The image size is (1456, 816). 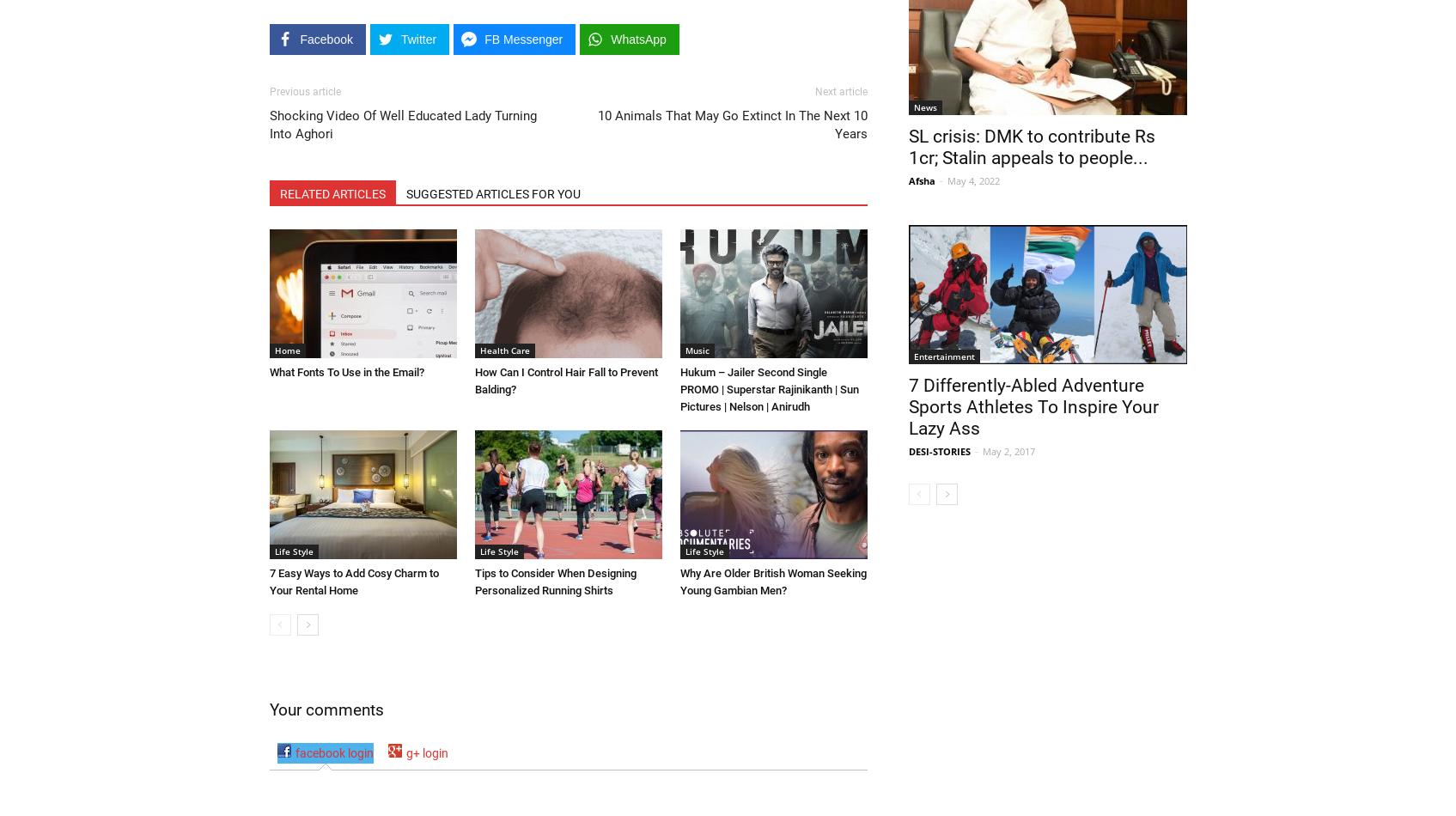 What do you see at coordinates (346, 370) in the screenshot?
I see `'What Fonts To Use in the Email?'` at bounding box center [346, 370].